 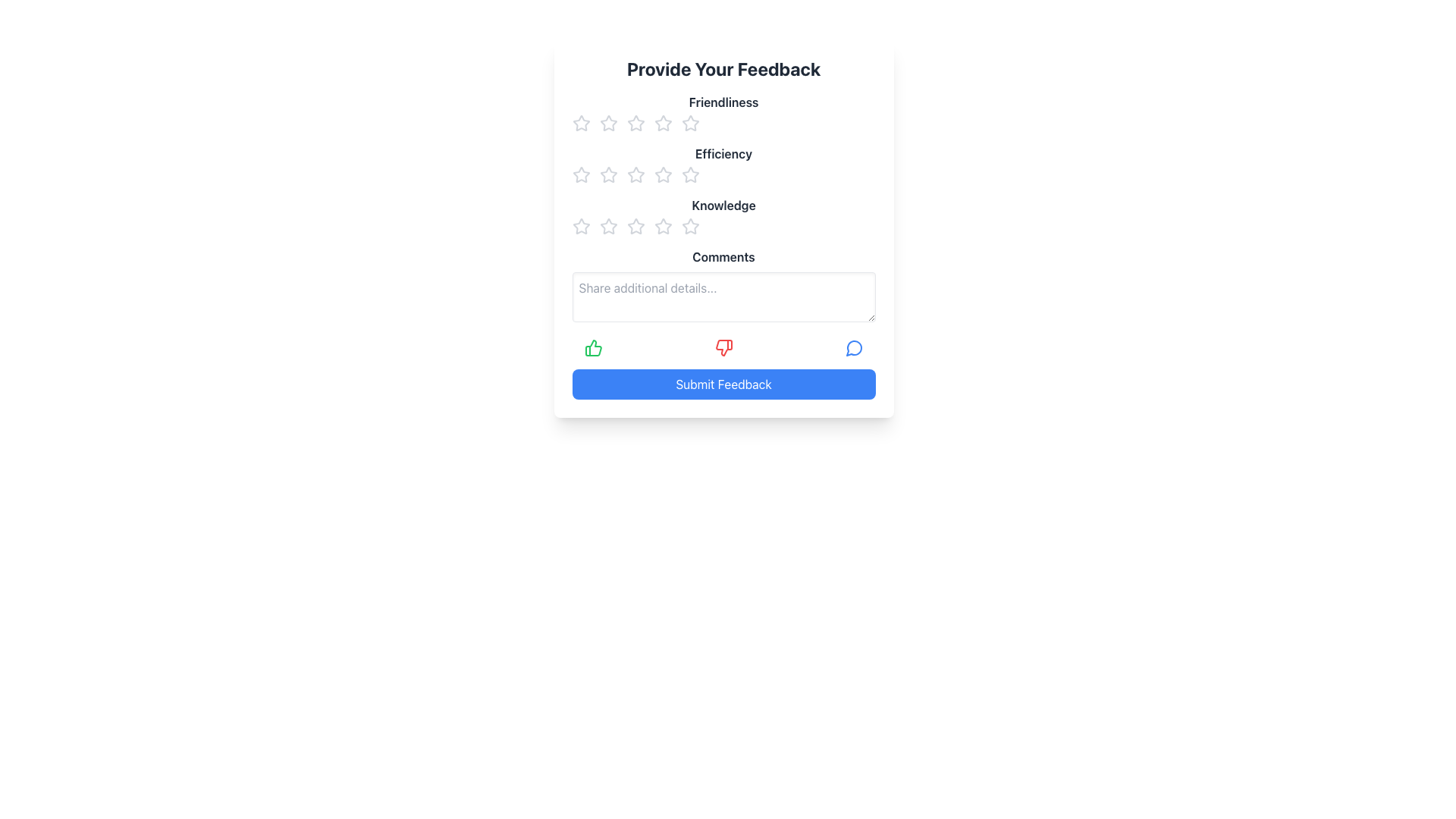 What do you see at coordinates (854, 348) in the screenshot?
I see `the decorative icon segment of the speech bubble located to the right of the feedback form` at bounding box center [854, 348].